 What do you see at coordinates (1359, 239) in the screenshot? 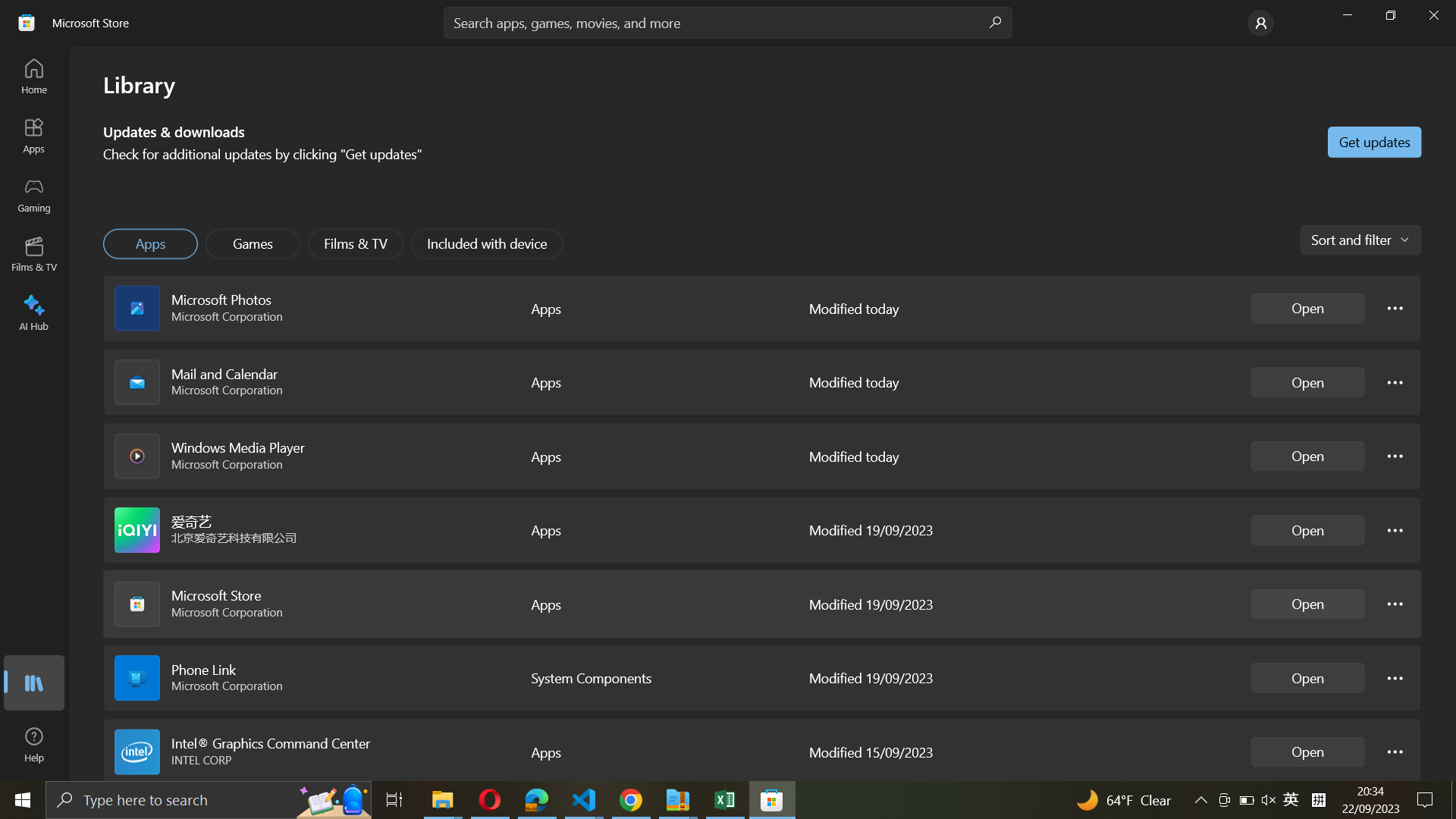
I see `the application sorting feature` at bounding box center [1359, 239].